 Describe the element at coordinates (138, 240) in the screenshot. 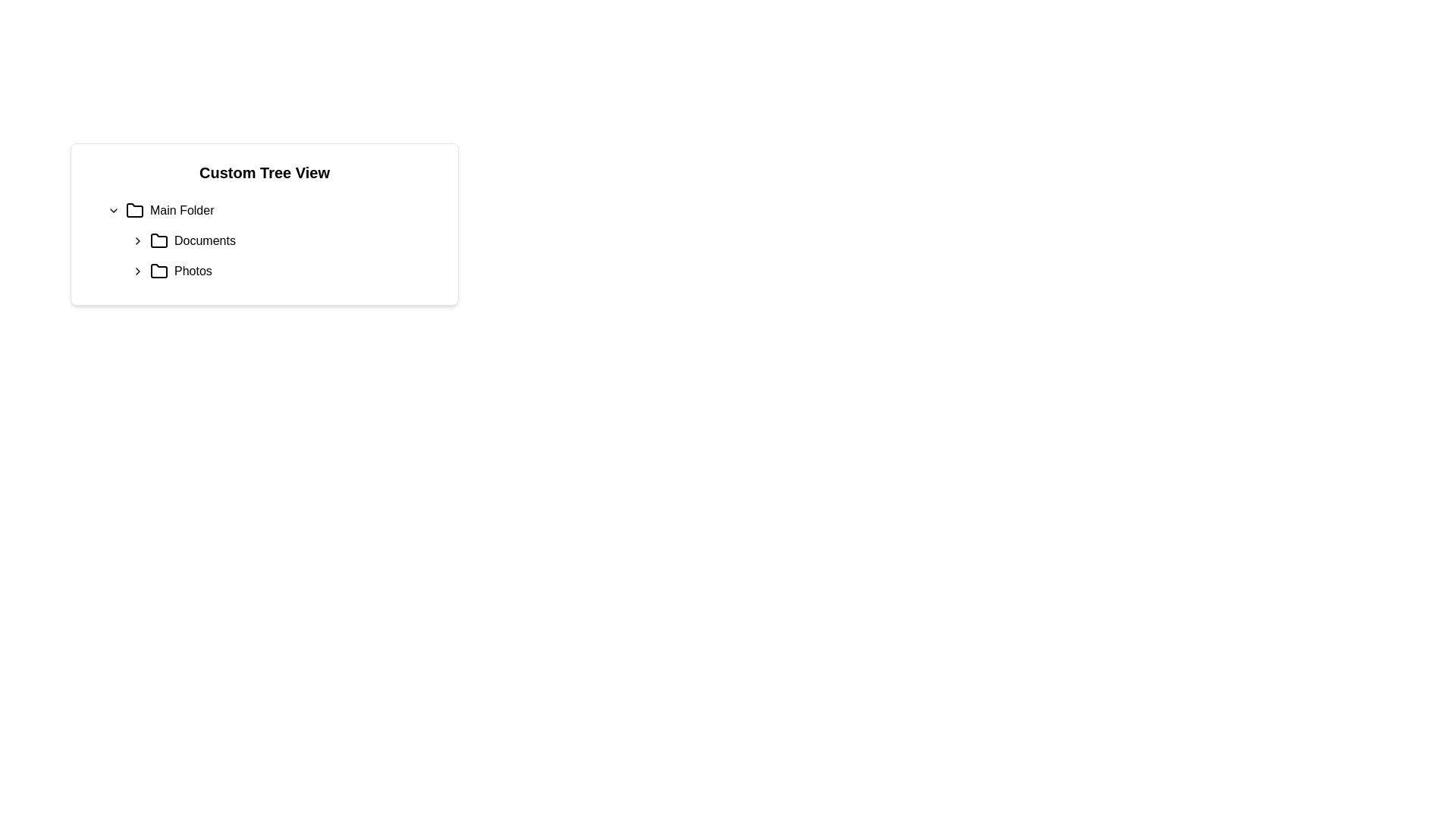

I see `the chevron button located to the left of the 'Documents' entry` at that location.